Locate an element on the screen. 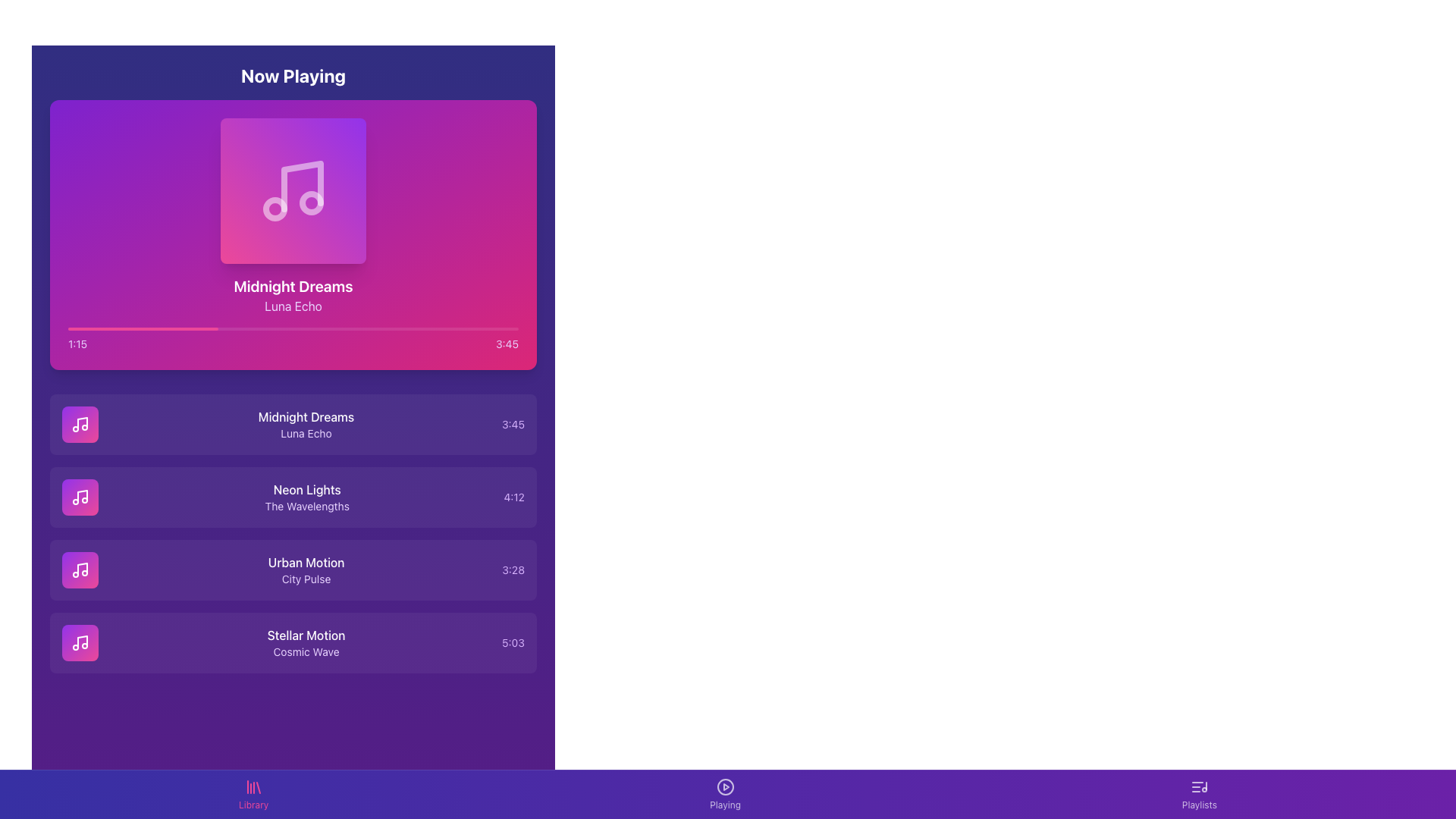 The width and height of the screenshot is (1456, 819). the playback progress is located at coordinates (414, 328).